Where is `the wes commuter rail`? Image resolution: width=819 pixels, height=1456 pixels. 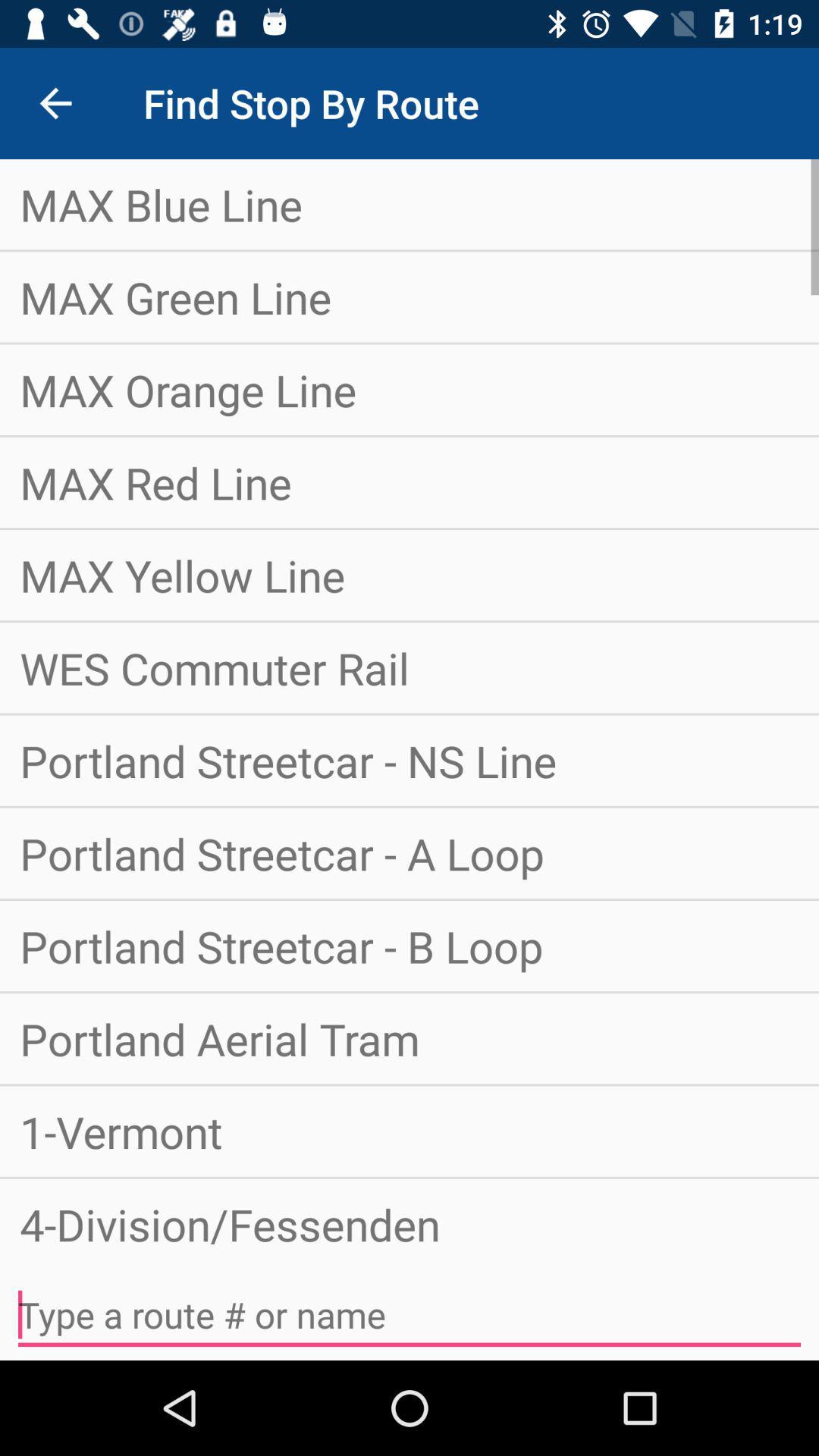
the wes commuter rail is located at coordinates (409, 667).